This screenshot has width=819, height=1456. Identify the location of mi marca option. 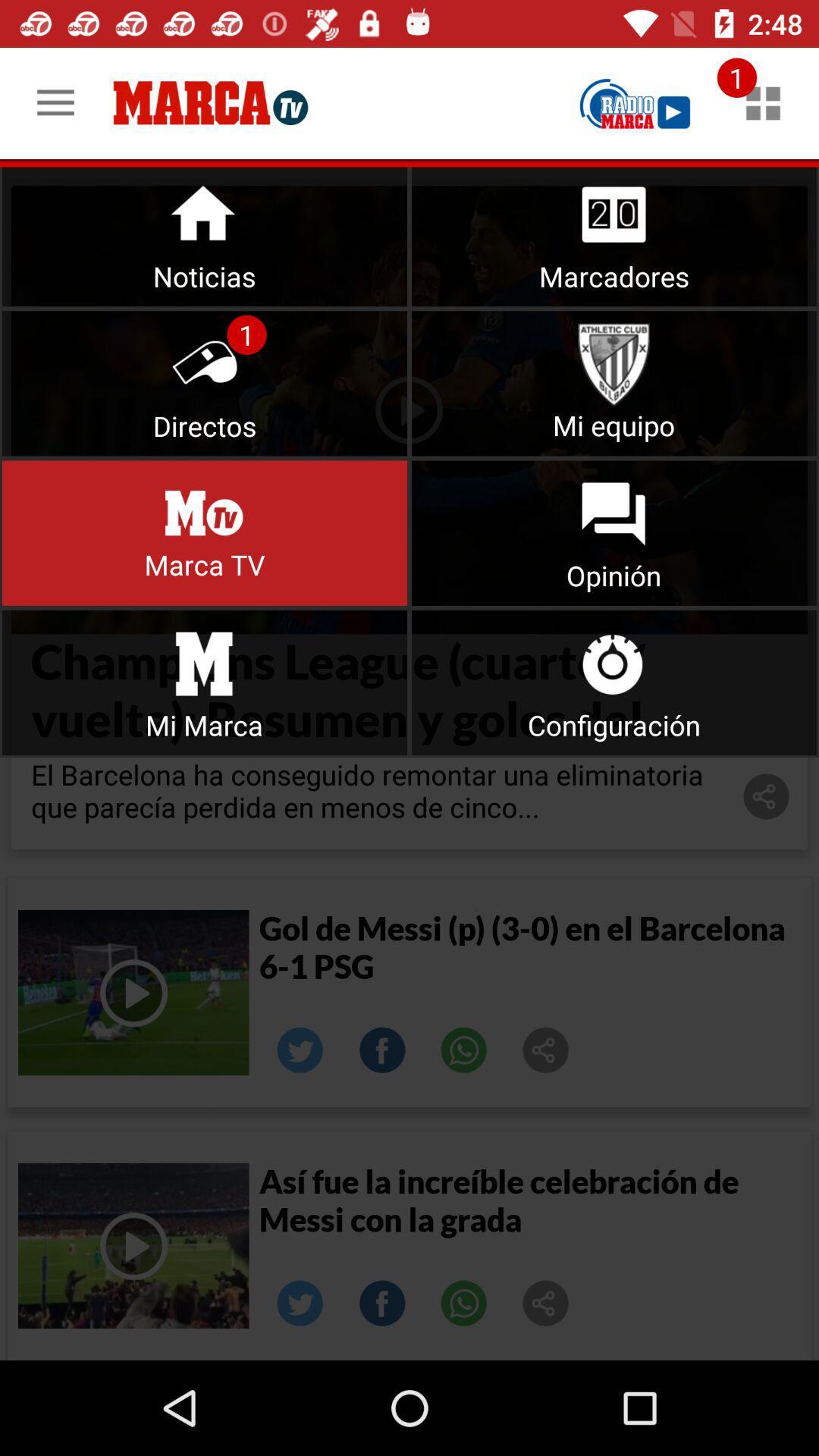
(205, 682).